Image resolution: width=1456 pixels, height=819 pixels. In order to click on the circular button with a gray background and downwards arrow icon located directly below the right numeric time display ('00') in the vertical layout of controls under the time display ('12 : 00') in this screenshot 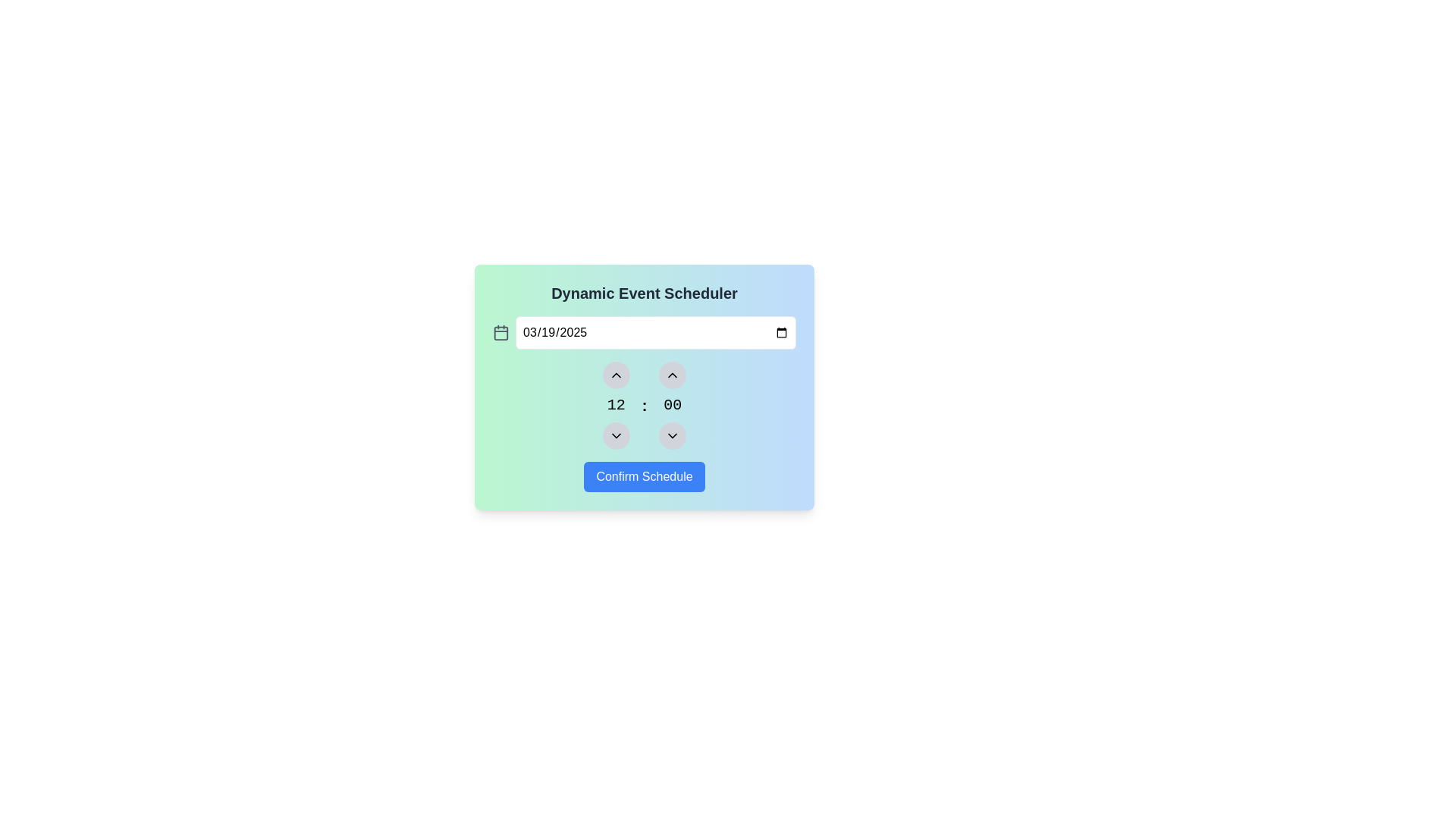, I will do `click(672, 435)`.